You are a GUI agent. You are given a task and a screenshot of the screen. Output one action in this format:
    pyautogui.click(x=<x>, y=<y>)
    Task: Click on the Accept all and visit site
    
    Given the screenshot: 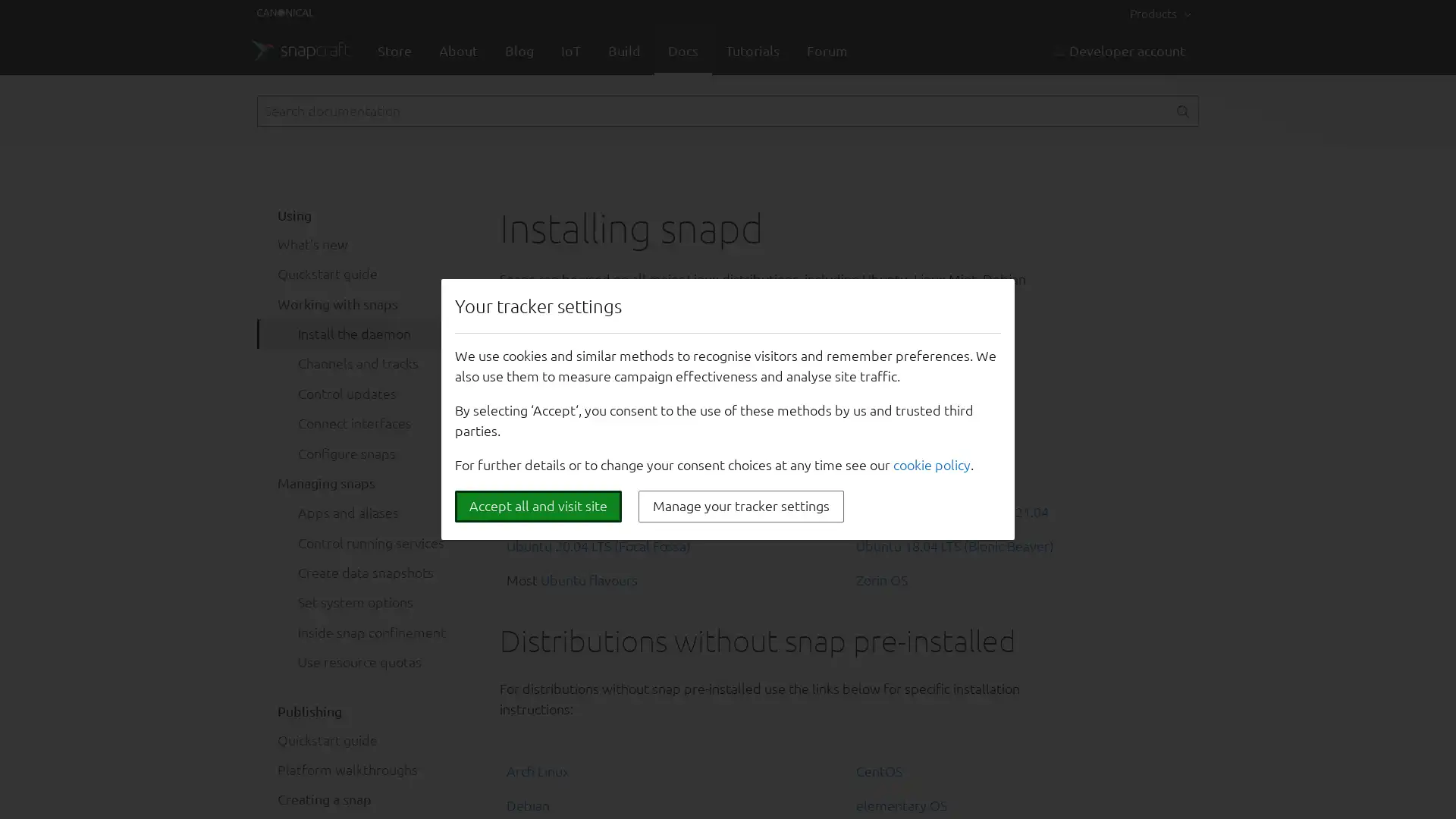 What is the action you would take?
    pyautogui.click(x=538, y=506)
    